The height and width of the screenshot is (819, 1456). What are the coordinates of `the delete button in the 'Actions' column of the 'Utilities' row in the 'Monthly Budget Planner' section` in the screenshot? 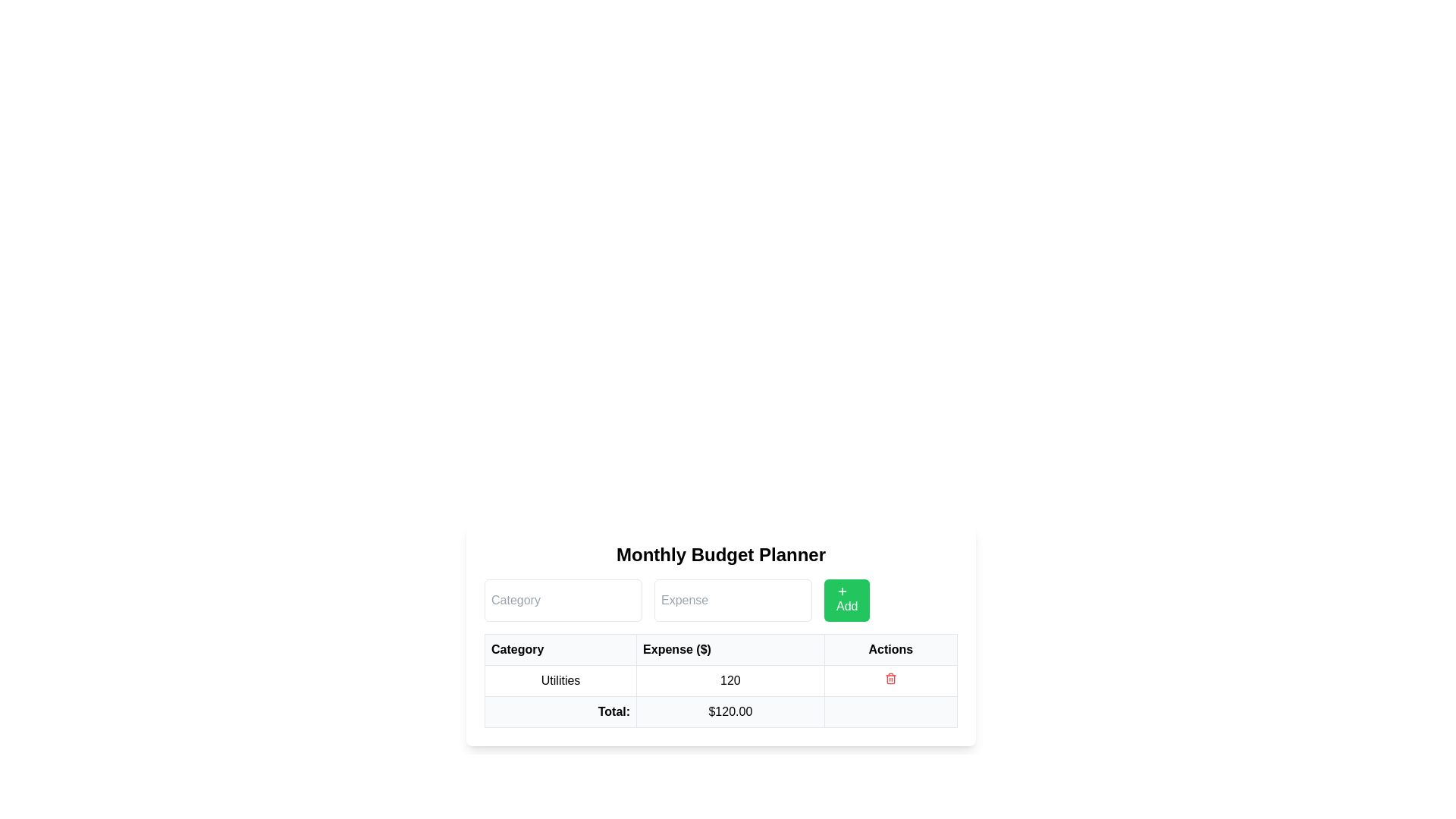 It's located at (890, 677).